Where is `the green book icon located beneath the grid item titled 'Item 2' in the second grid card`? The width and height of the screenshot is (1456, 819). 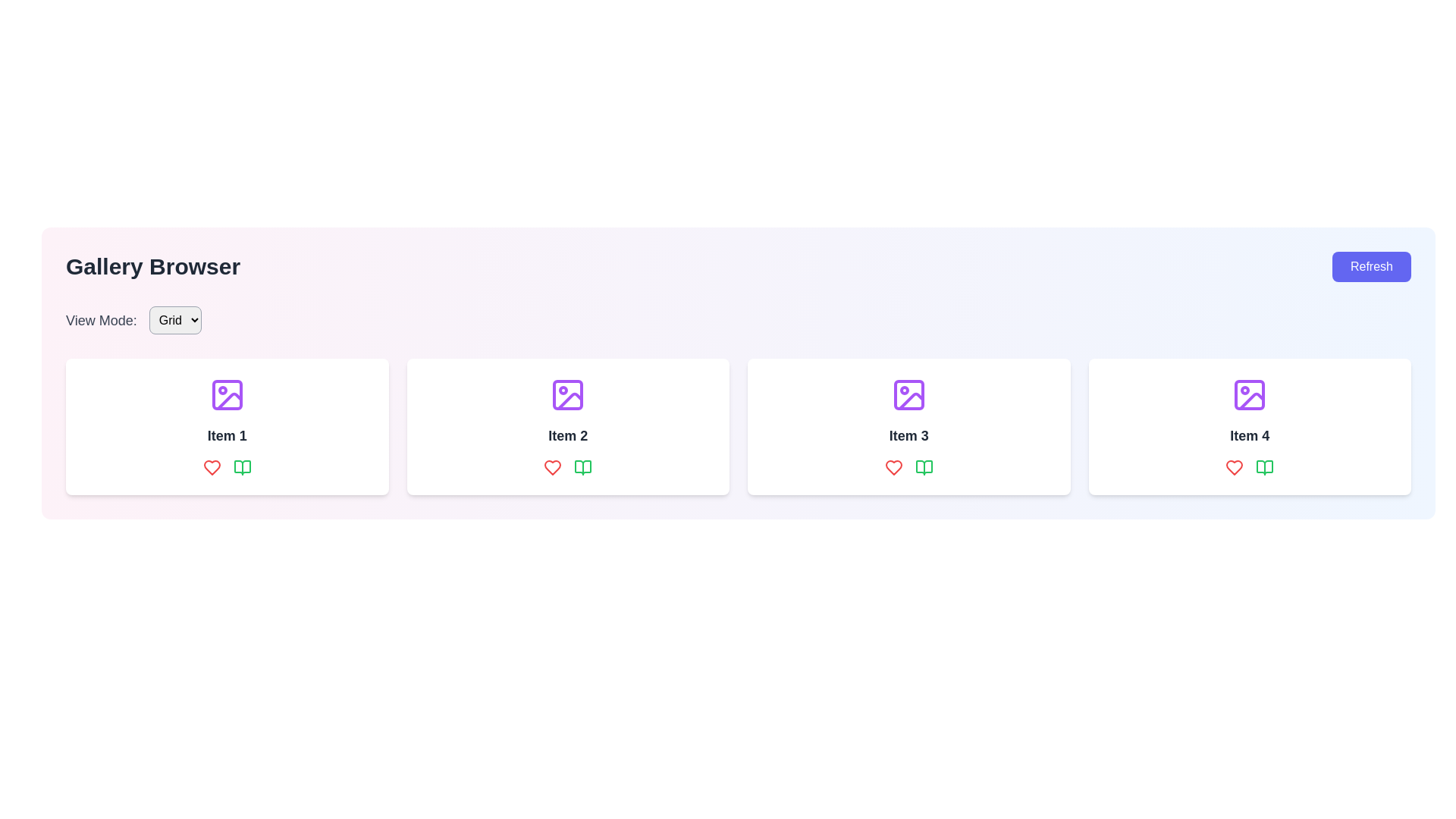 the green book icon located beneath the grid item titled 'Item 2' in the second grid card is located at coordinates (582, 467).